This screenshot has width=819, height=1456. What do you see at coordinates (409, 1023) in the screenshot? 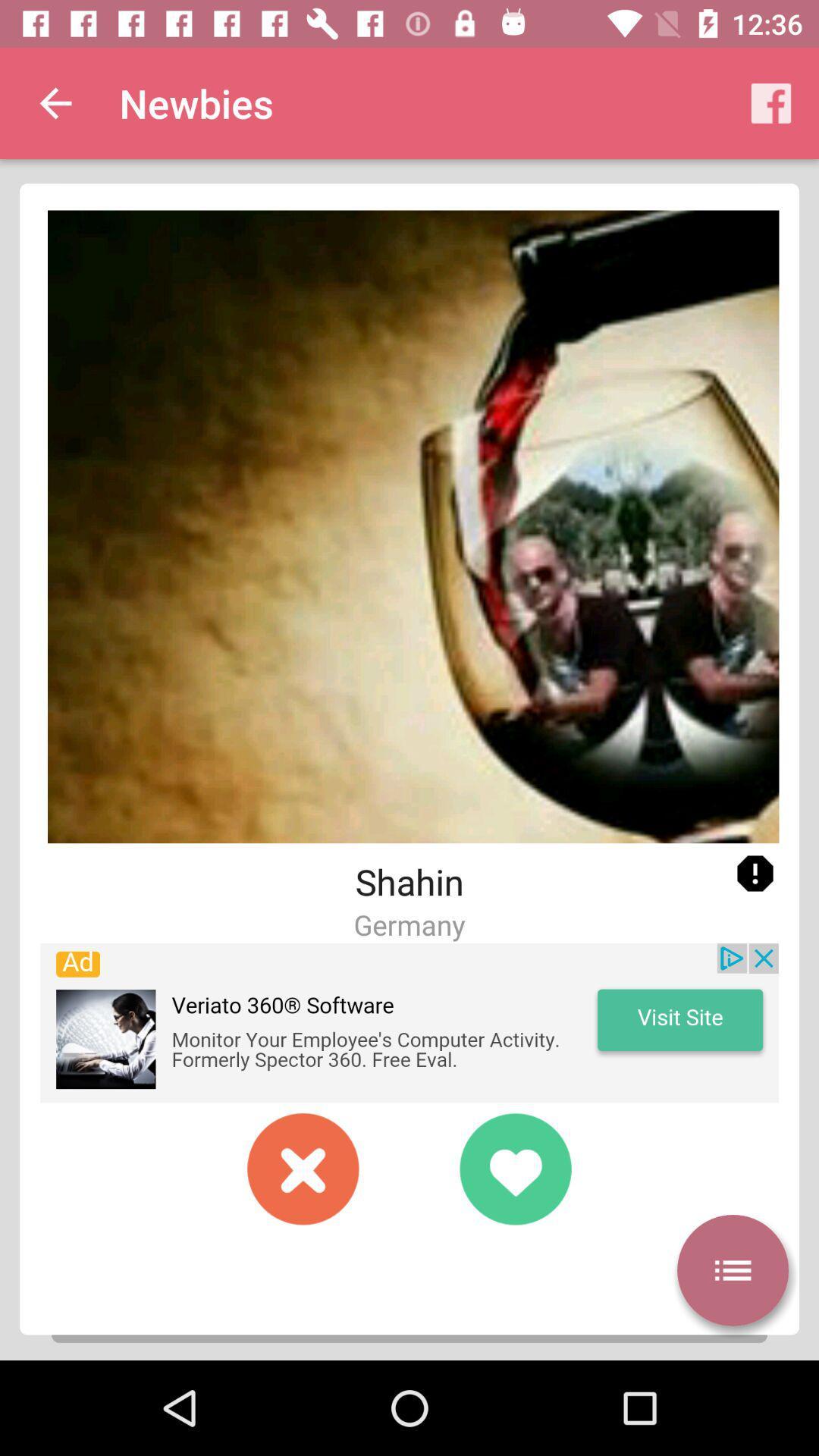
I see `open an advertised app` at bounding box center [409, 1023].